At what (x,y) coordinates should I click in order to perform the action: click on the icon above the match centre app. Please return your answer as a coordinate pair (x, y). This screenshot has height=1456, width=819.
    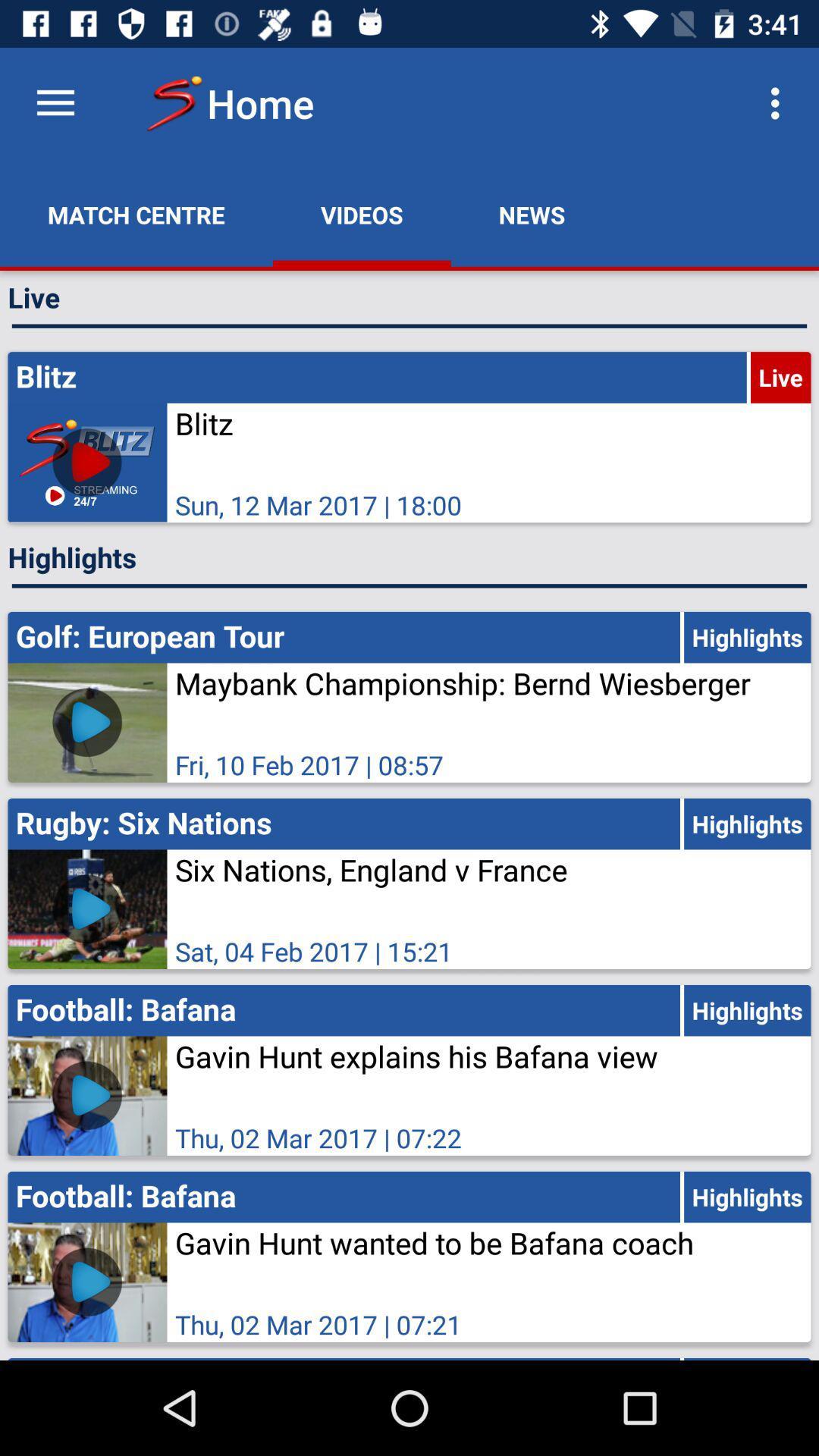
    Looking at the image, I should click on (55, 102).